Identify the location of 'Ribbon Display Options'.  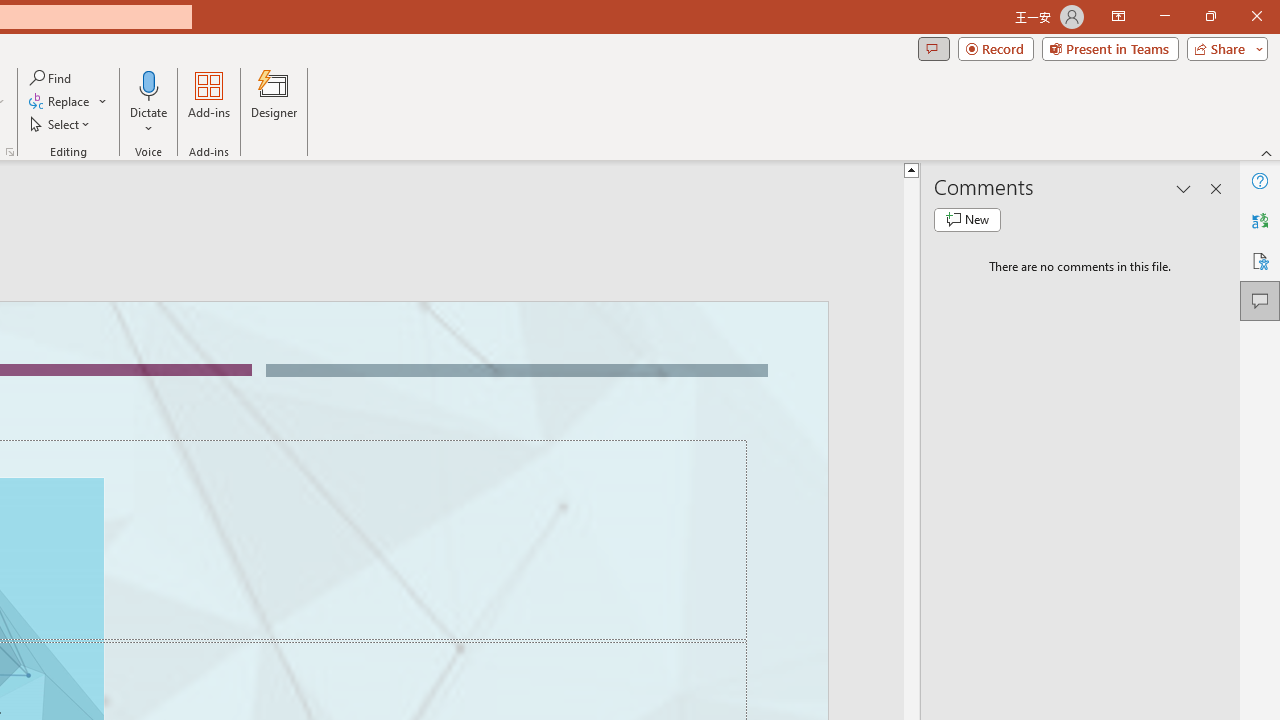
(1117, 16).